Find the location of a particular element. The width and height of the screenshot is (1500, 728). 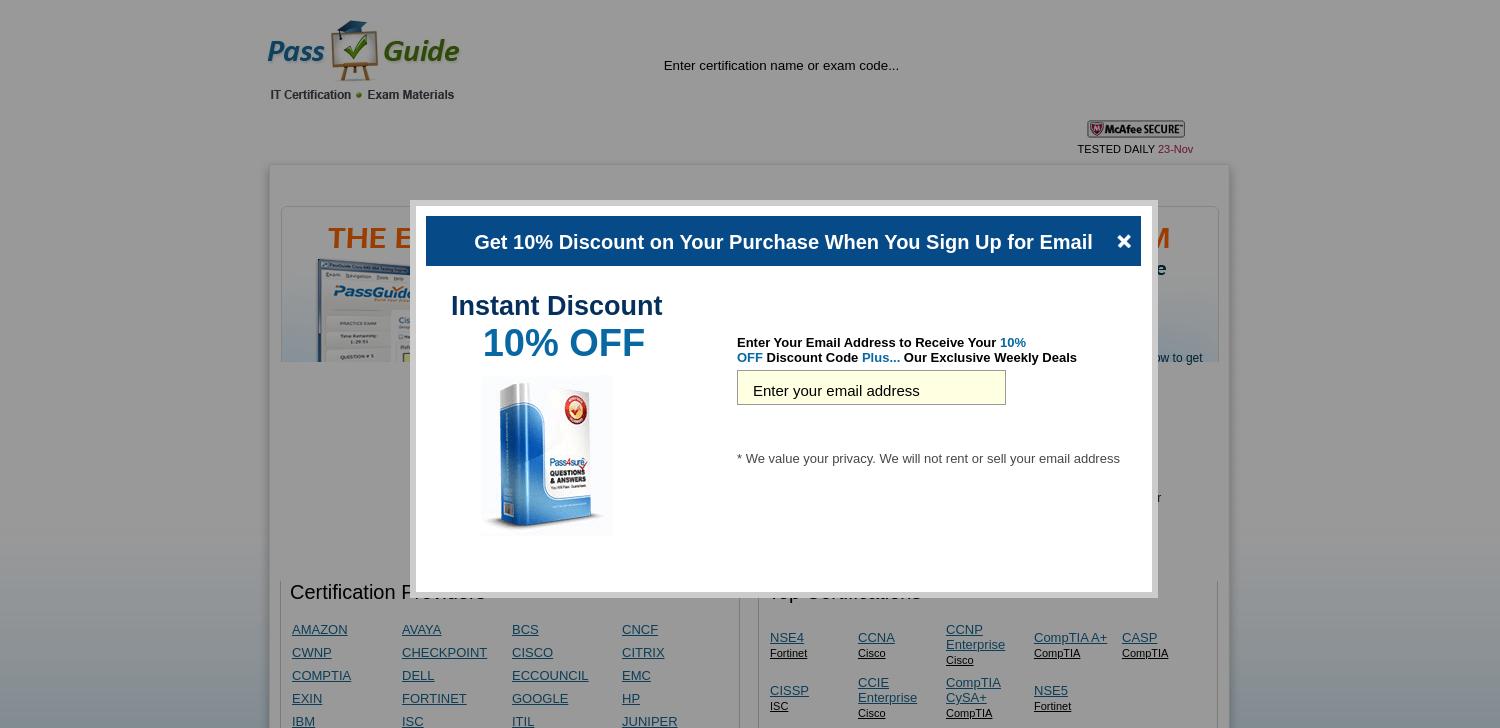

'OFF' is located at coordinates (750, 357).